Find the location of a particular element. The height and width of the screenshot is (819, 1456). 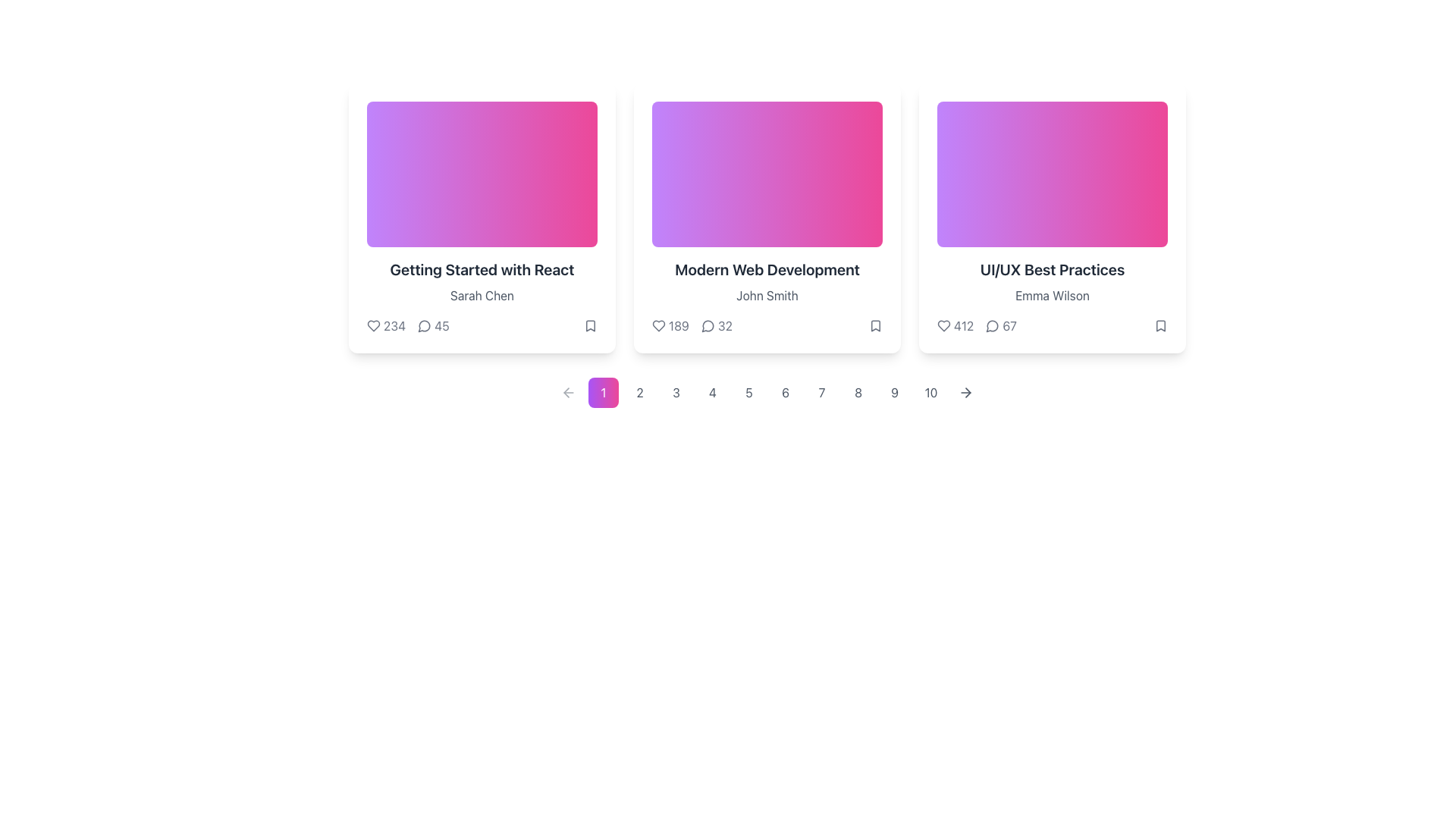

the eighth pagination button for keyboard navigation is located at coordinates (858, 391).